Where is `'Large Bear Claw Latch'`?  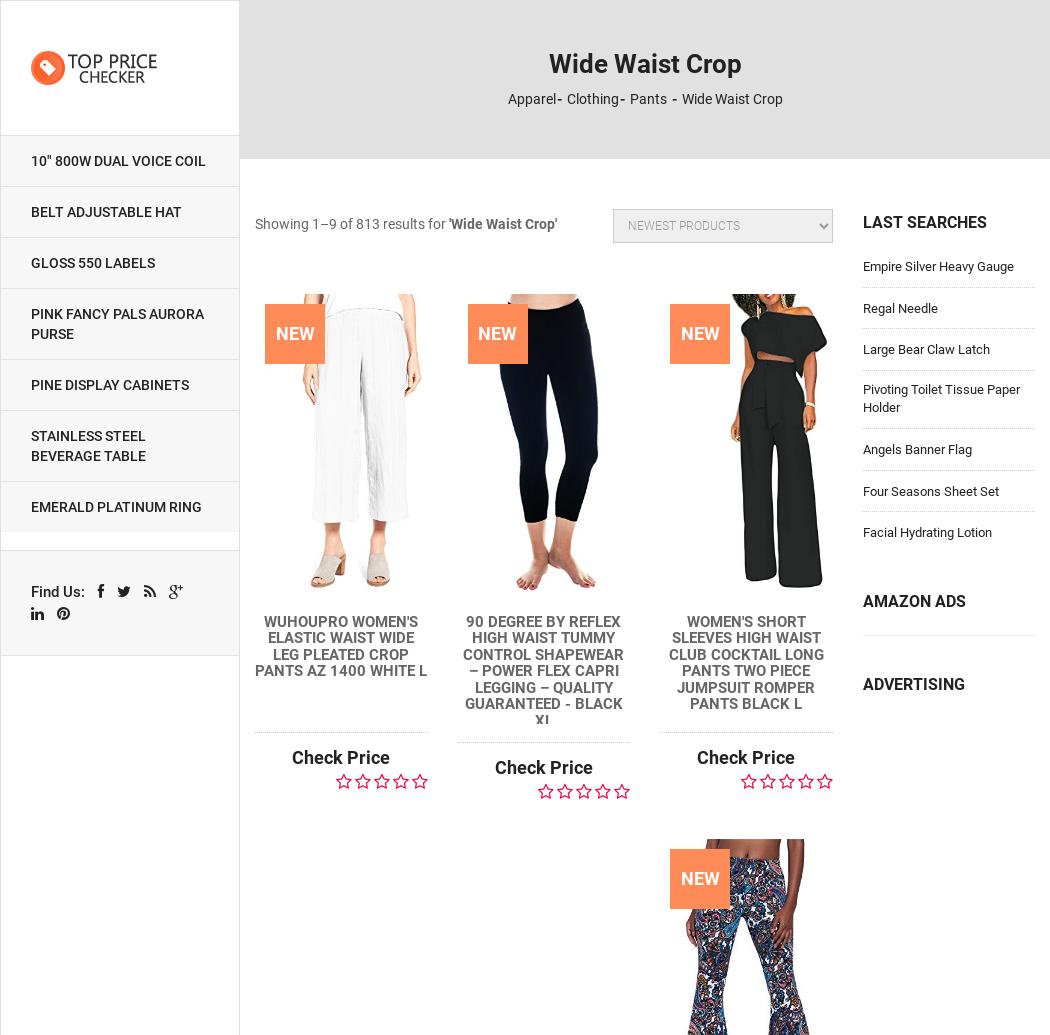
'Large Bear Claw Latch' is located at coordinates (925, 349).